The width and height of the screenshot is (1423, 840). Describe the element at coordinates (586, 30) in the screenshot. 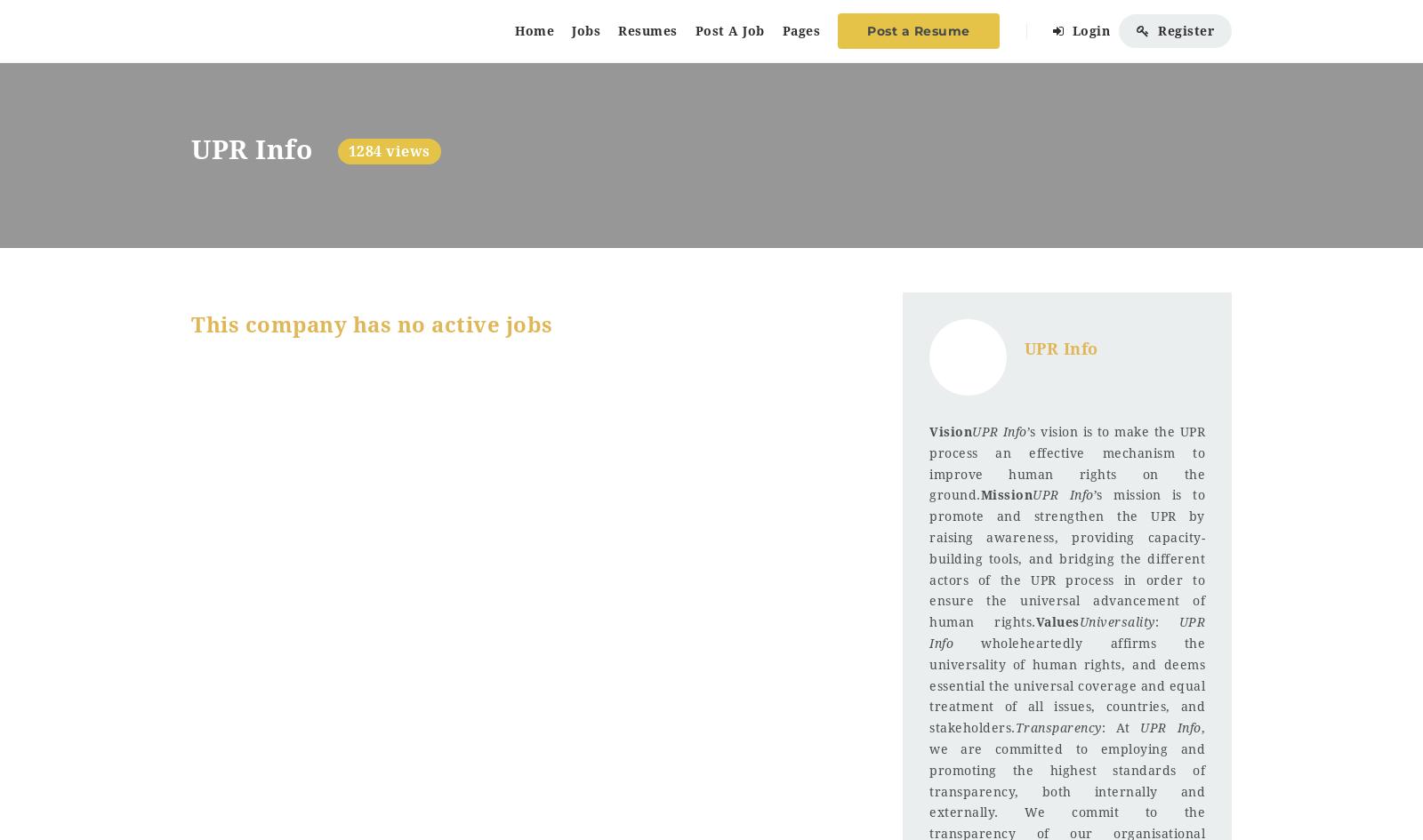

I see `'Jobs'` at that location.